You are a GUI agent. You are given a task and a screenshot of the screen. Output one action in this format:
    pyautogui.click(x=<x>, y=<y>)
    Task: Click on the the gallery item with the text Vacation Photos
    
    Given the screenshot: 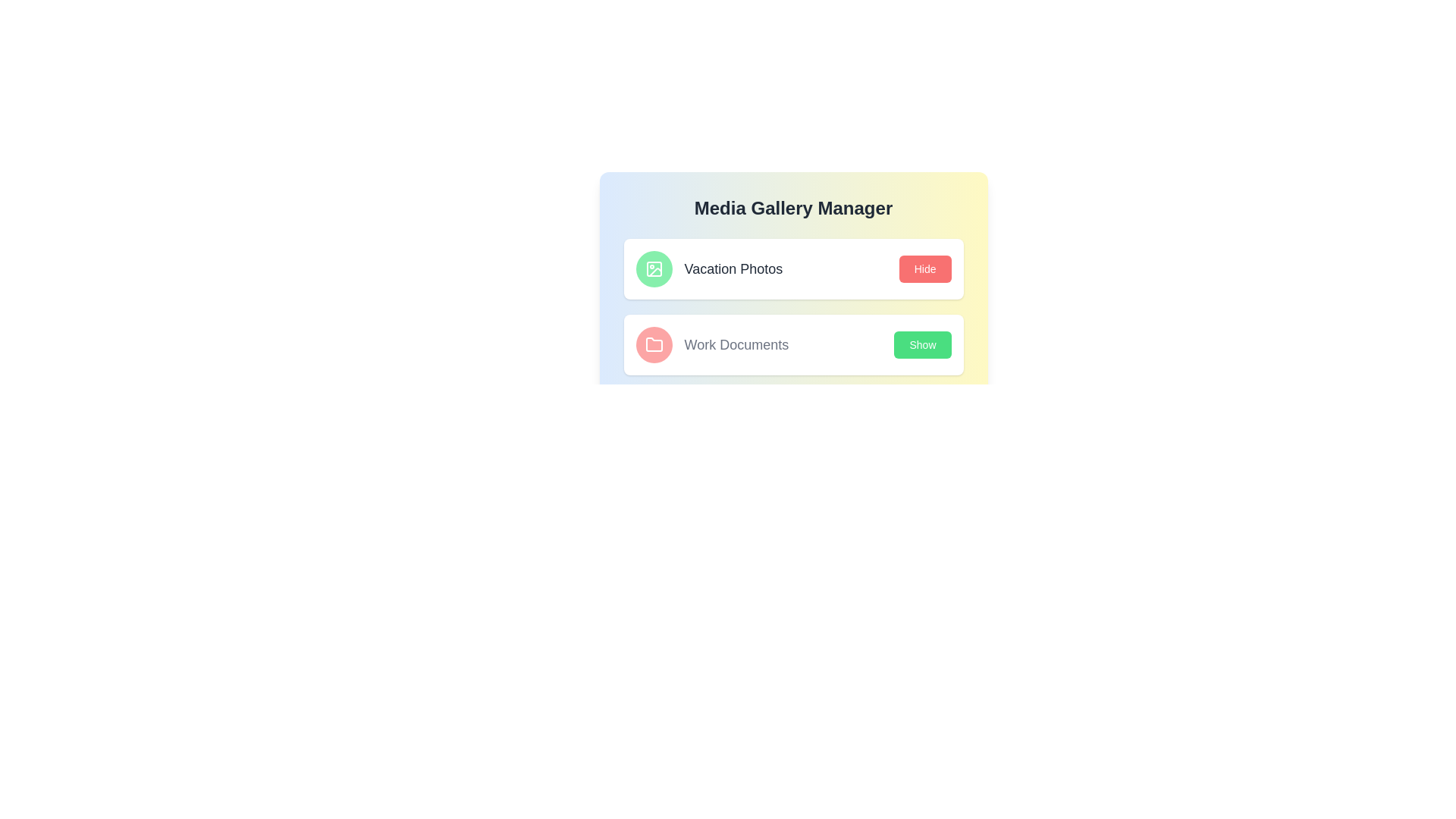 What is the action you would take?
    pyautogui.click(x=708, y=268)
    